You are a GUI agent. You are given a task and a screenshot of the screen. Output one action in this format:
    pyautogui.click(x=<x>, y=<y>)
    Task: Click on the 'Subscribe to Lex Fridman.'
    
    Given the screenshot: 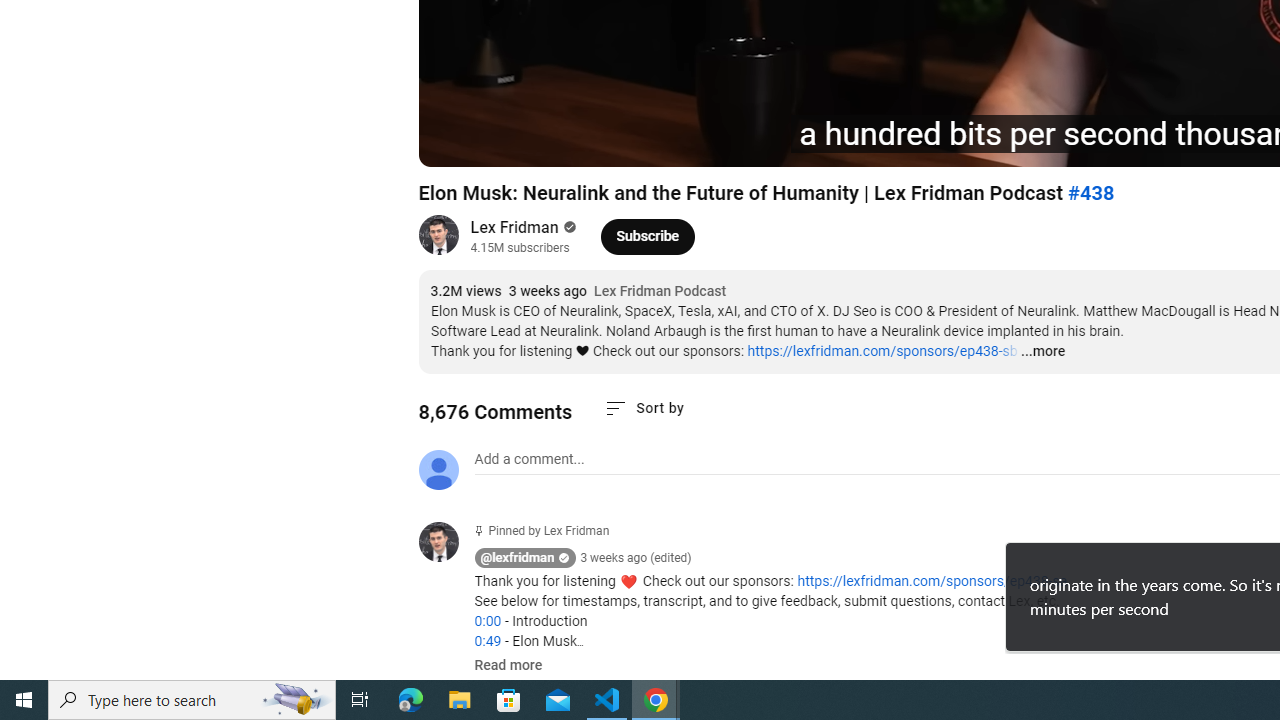 What is the action you would take?
    pyautogui.click(x=648, y=235)
    